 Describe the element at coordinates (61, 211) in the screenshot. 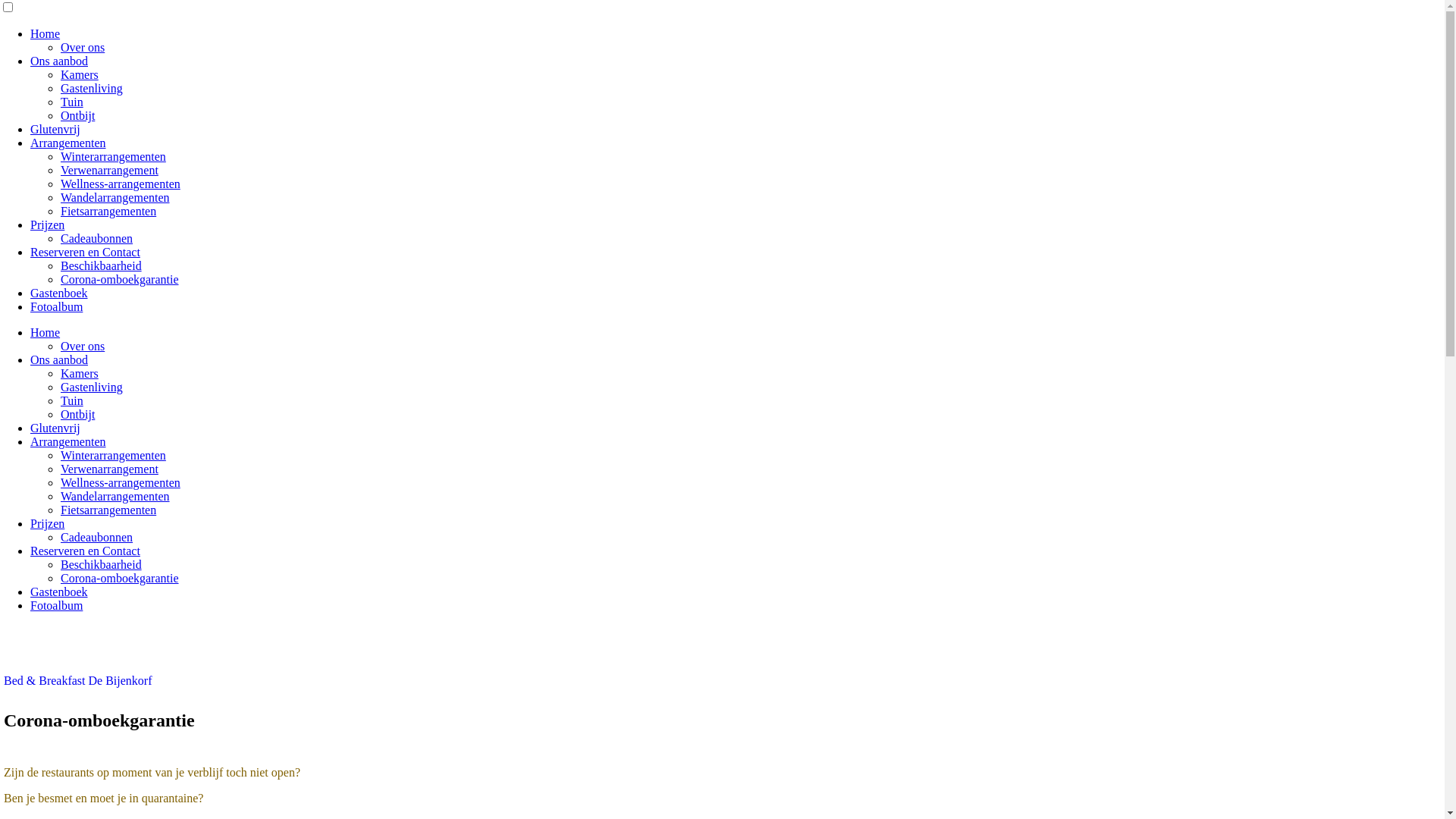

I see `'Fietsarrangementen'` at that location.